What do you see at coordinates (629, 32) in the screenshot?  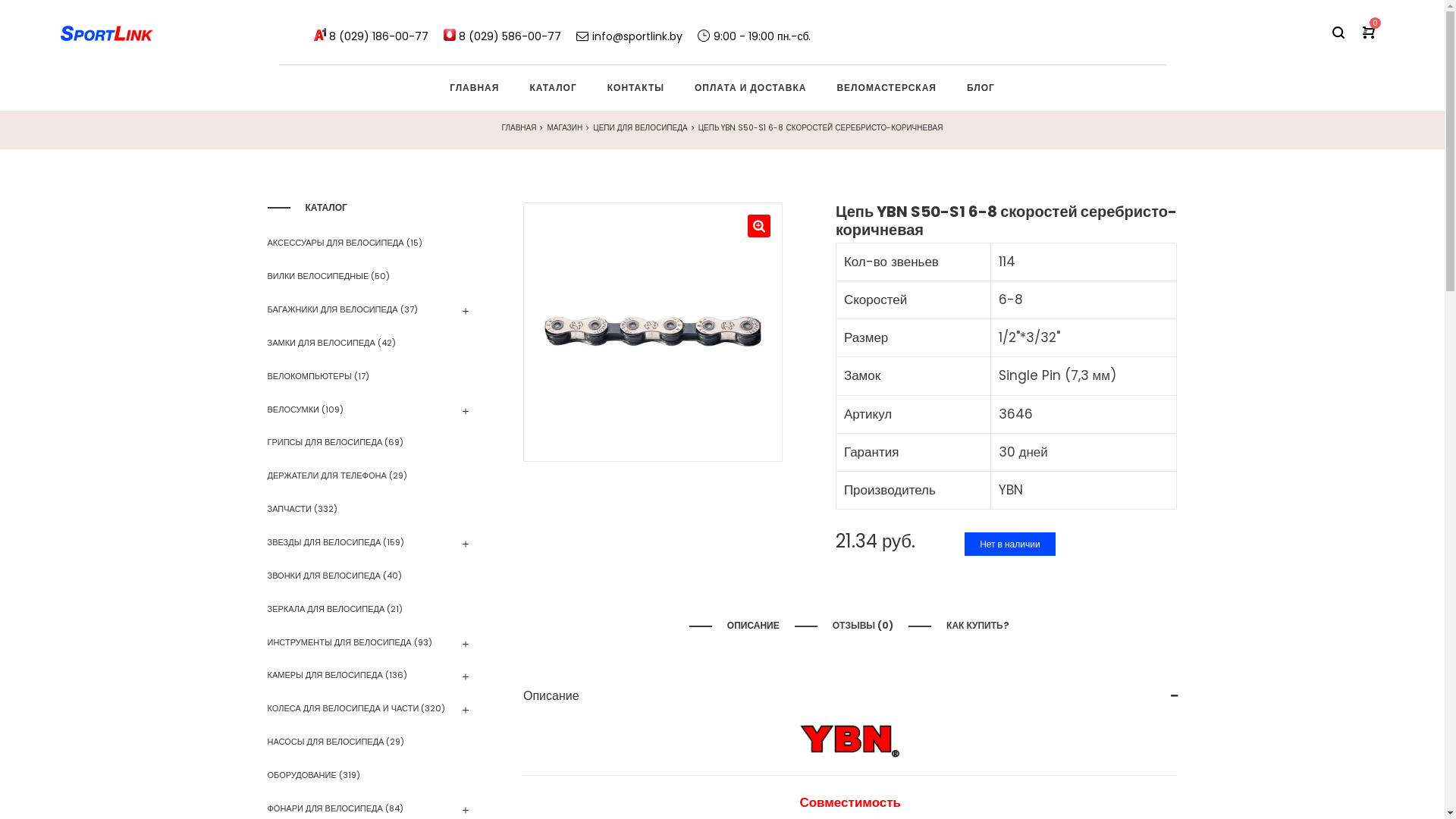 I see `'info@sportlink.by'` at bounding box center [629, 32].